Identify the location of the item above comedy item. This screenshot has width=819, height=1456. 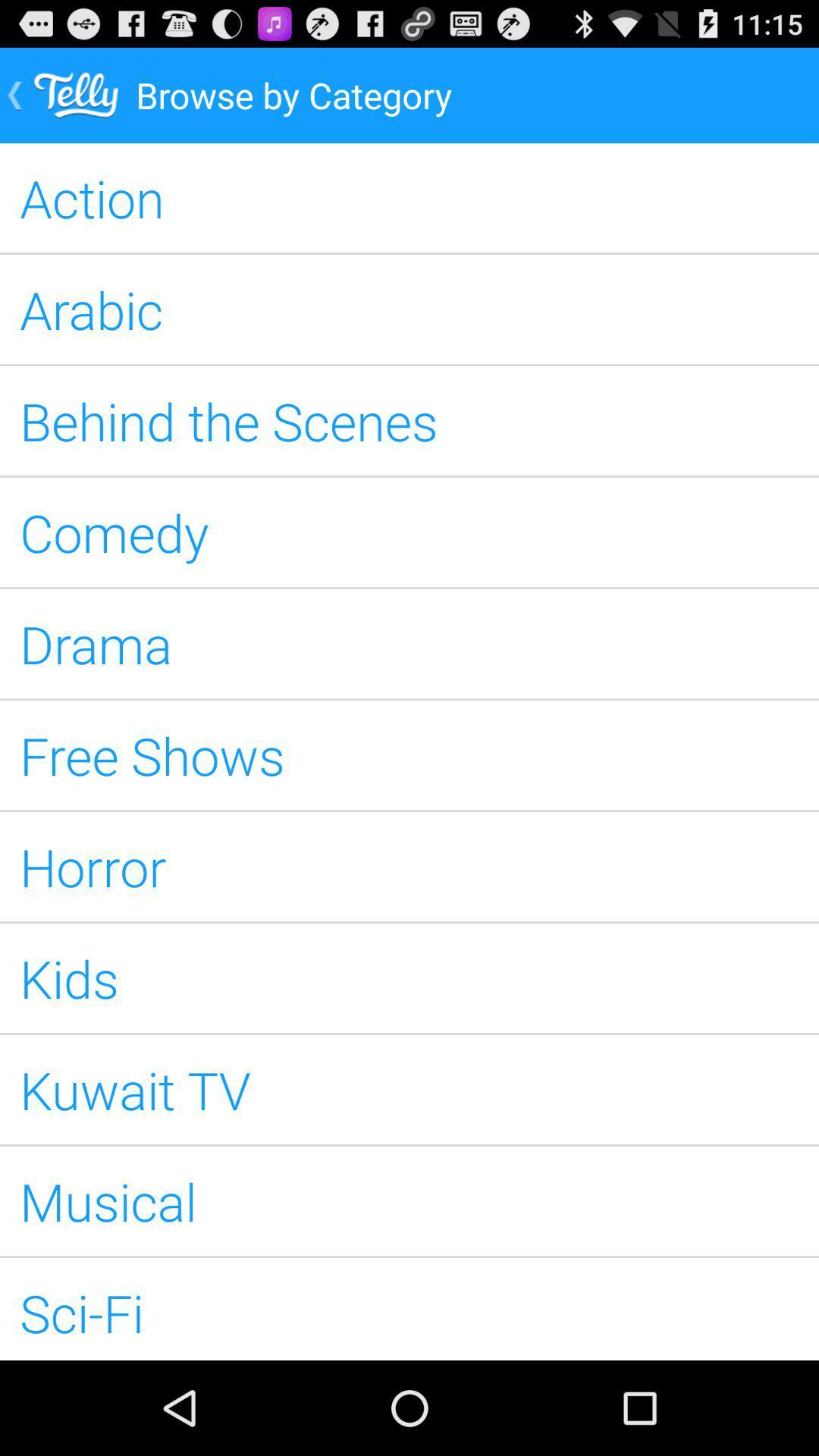
(409, 421).